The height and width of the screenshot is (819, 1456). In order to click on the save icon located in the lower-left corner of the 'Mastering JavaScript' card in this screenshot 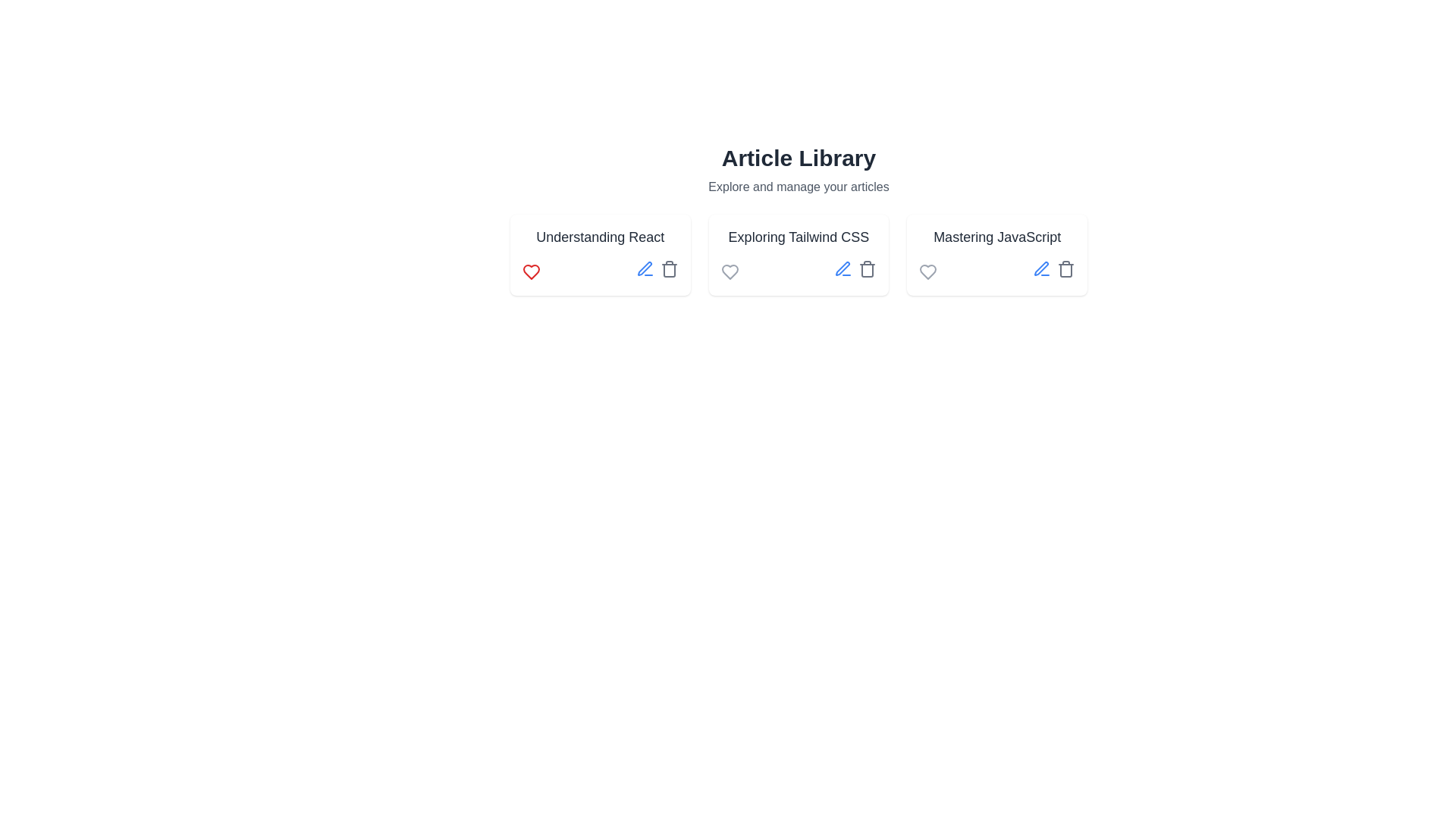, I will do `click(927, 271)`.